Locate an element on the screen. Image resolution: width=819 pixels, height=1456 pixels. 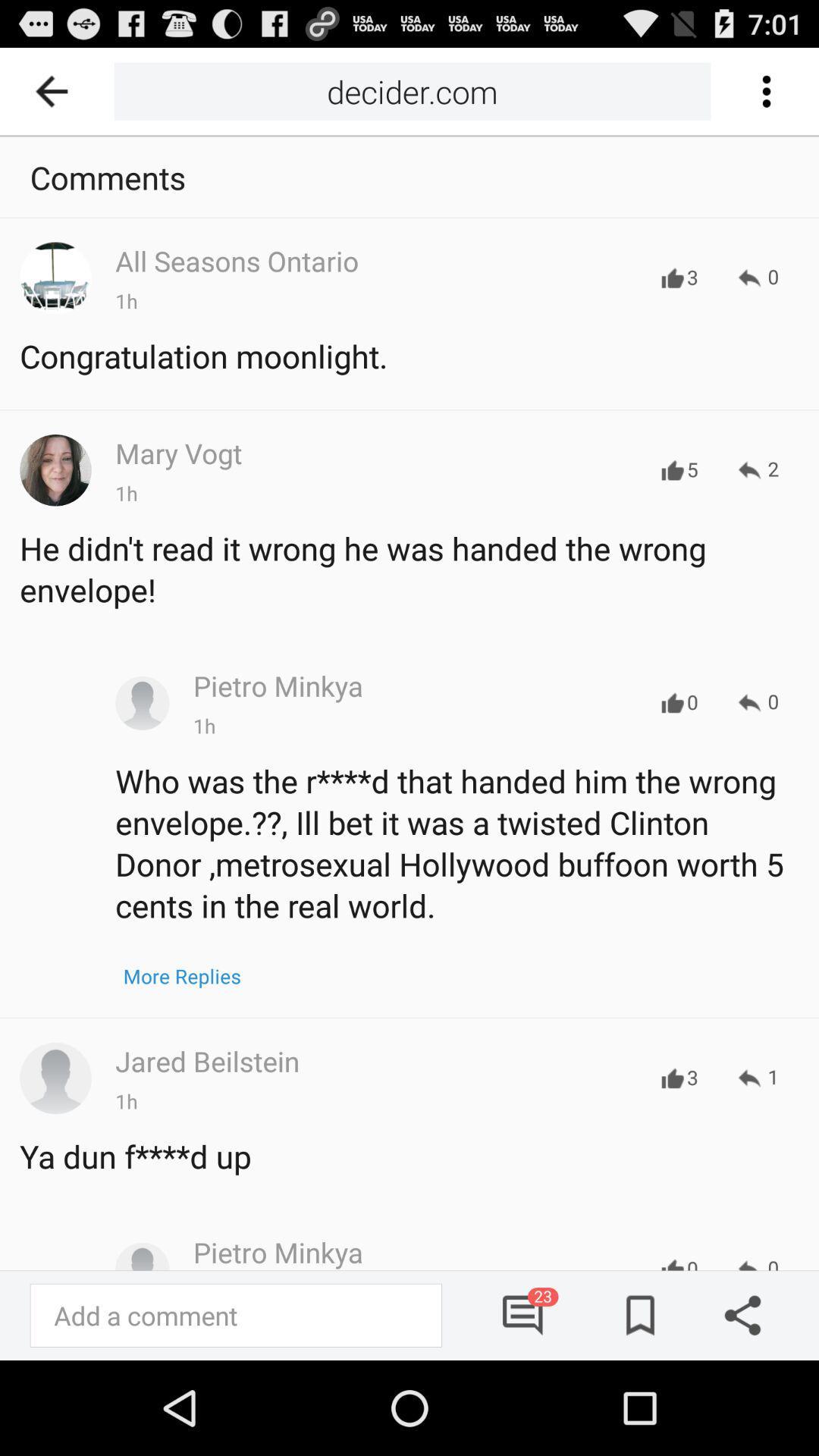
bookmark is located at coordinates (635, 1314).